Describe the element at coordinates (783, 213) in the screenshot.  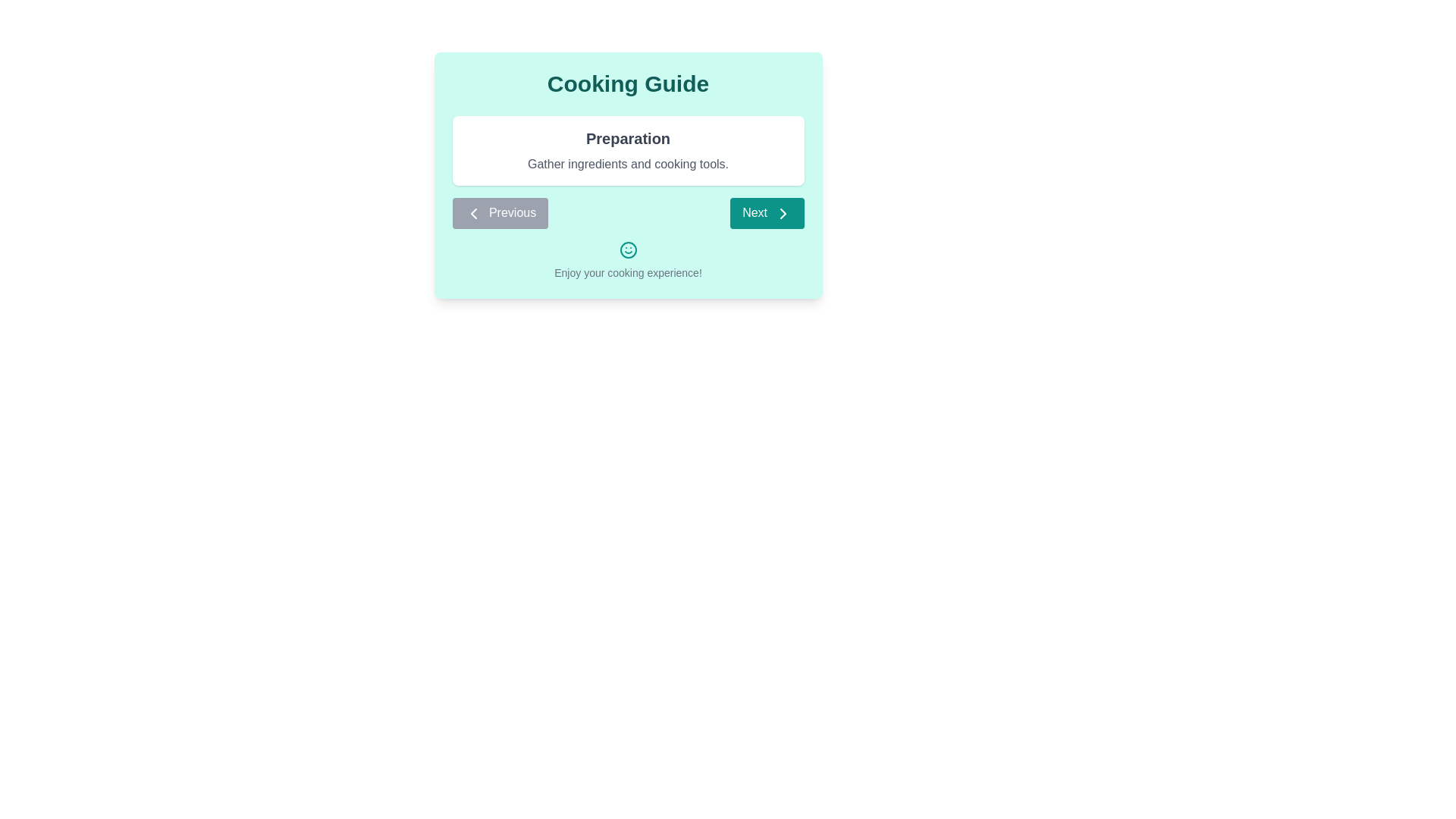
I see `the forward navigation icon located to the right of the 'Next' text within the 'Next' button in the lower-right area of the content panel` at that location.